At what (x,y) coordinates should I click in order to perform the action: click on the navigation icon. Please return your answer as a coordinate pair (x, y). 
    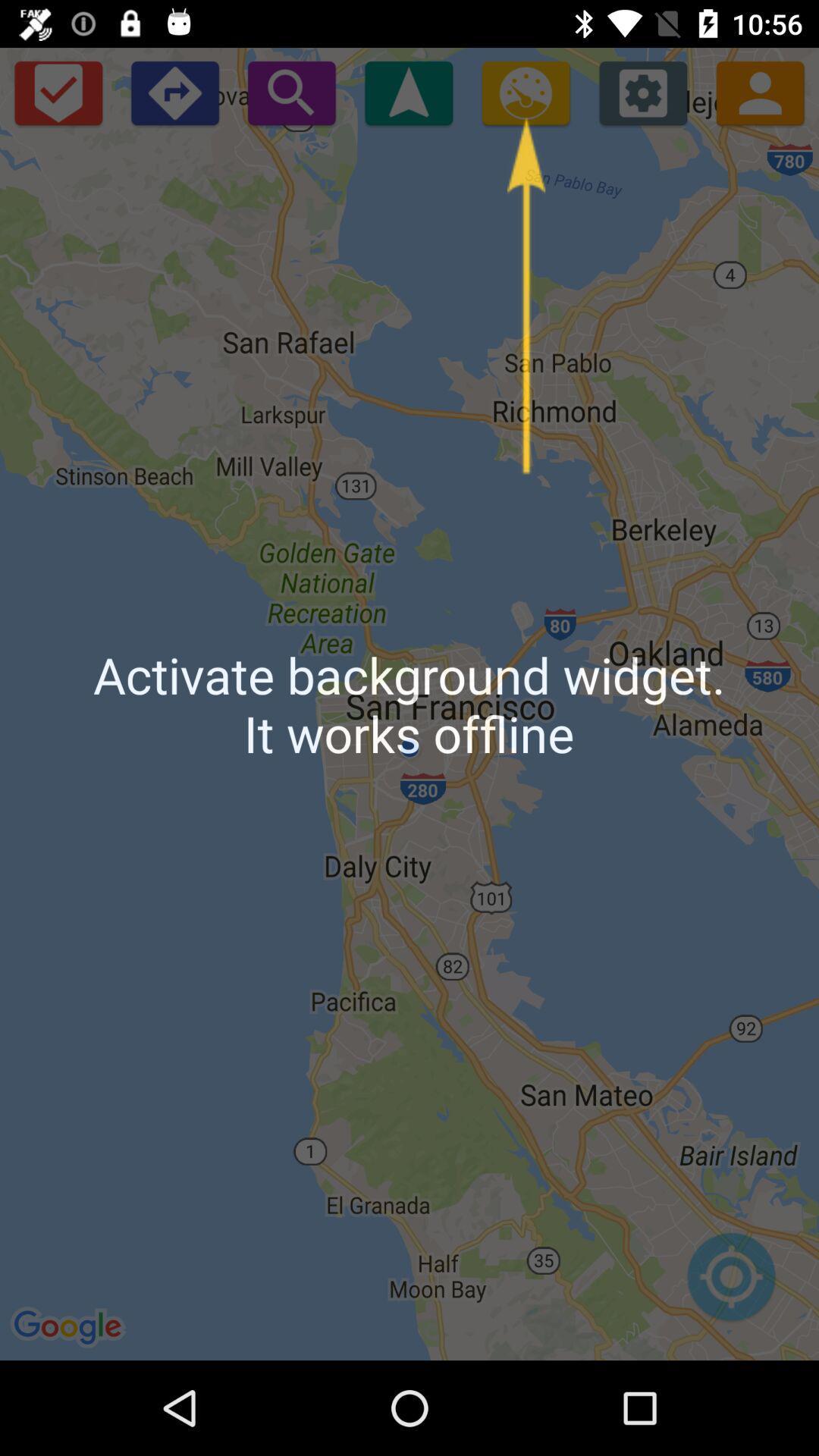
    Looking at the image, I should click on (408, 92).